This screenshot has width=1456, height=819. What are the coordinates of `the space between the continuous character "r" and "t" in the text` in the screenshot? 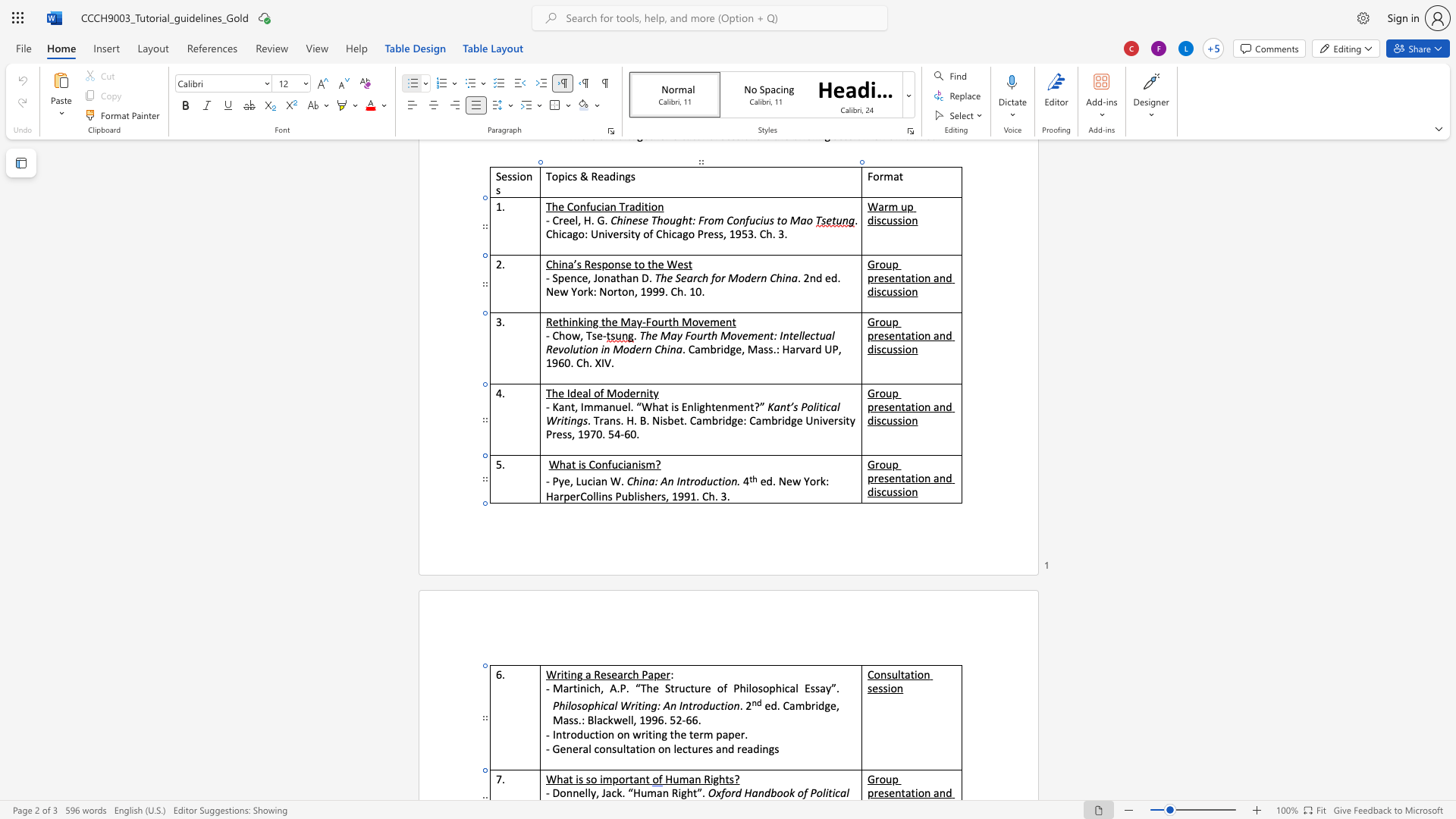 It's located at (629, 779).